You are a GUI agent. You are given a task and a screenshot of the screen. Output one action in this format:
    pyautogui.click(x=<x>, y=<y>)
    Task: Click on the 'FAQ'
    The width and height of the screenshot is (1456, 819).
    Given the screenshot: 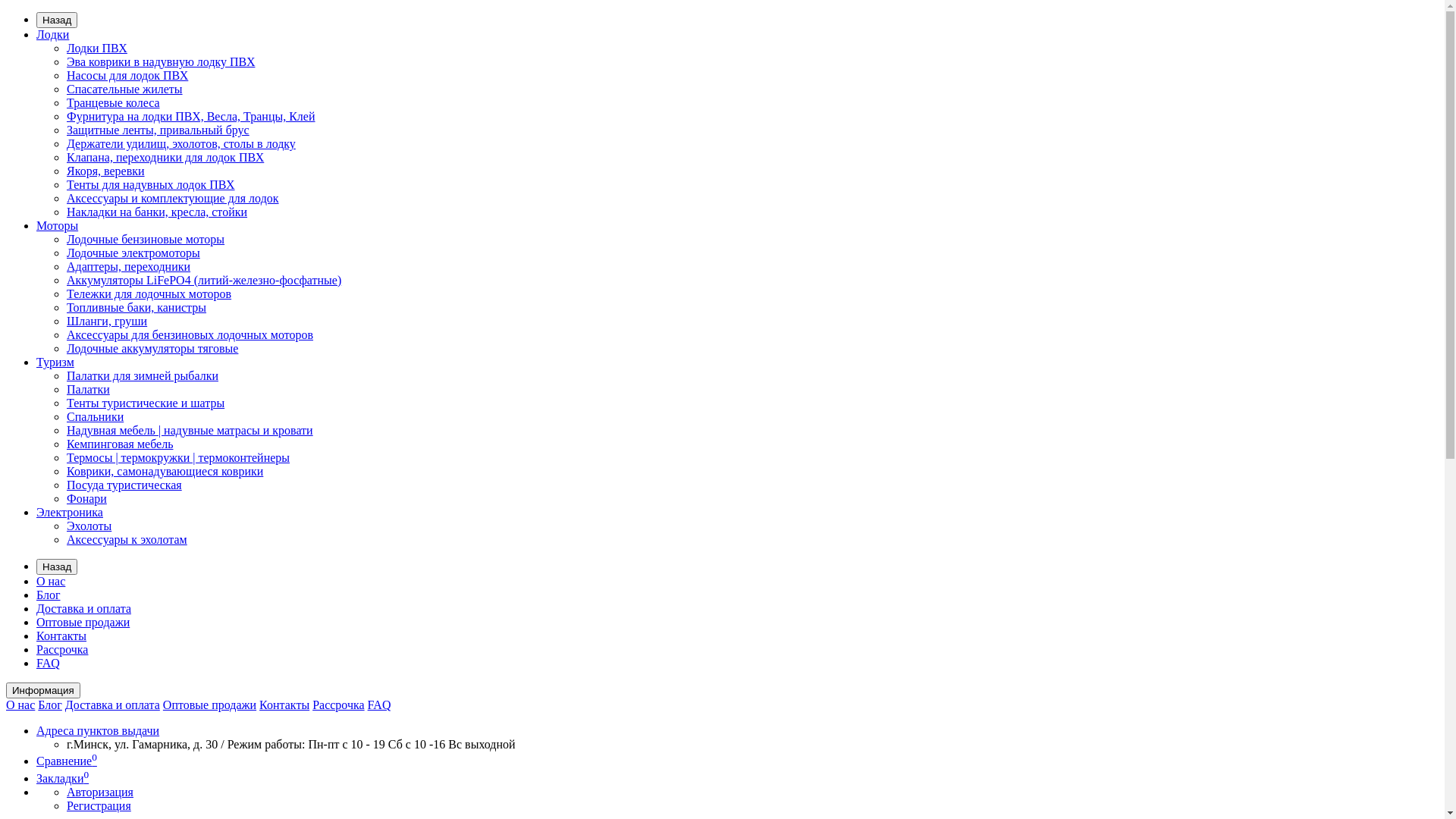 What is the action you would take?
    pyautogui.click(x=379, y=704)
    